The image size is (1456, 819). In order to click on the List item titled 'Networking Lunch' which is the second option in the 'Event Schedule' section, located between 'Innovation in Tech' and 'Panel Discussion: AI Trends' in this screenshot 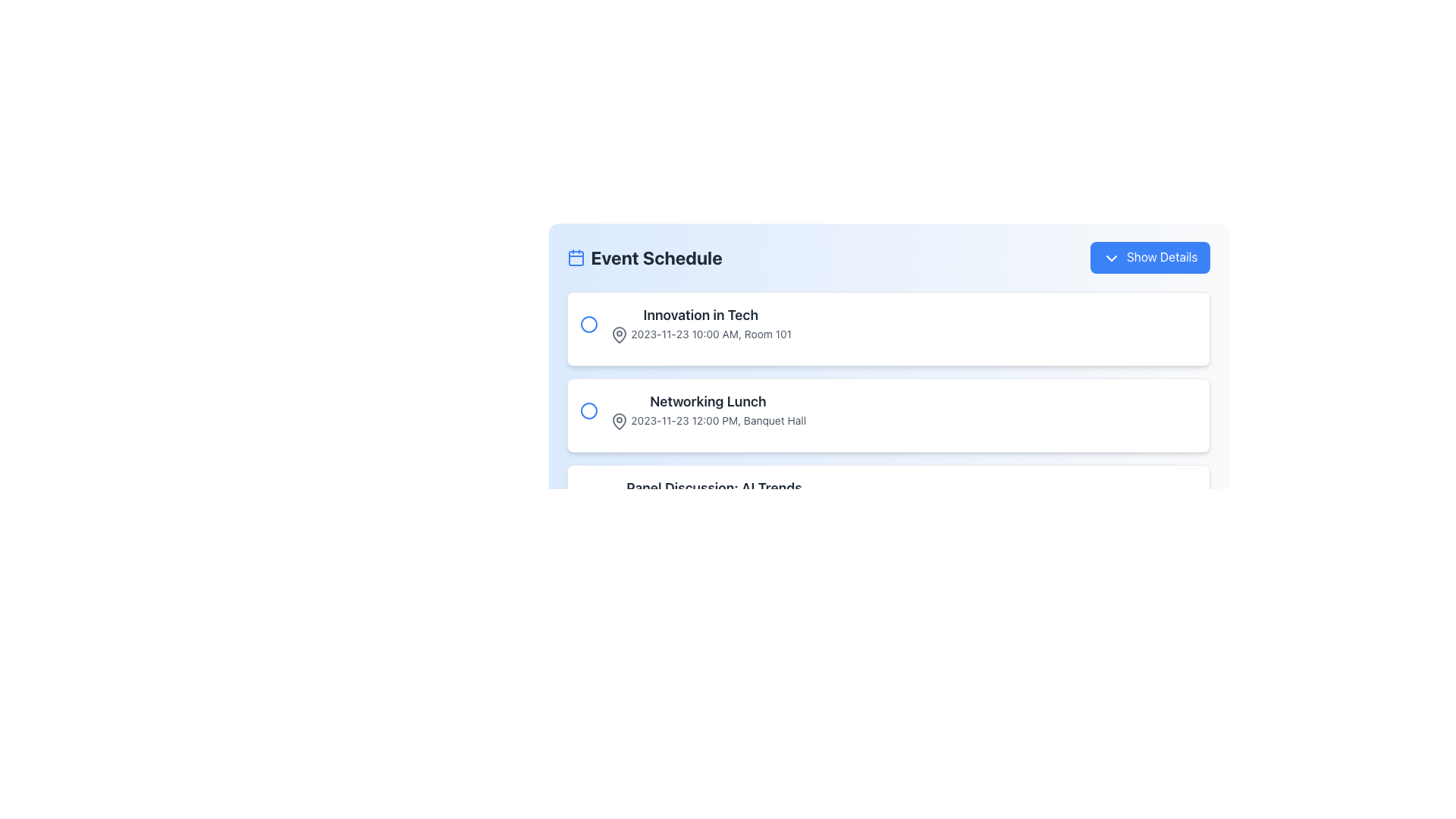, I will do `click(888, 410)`.